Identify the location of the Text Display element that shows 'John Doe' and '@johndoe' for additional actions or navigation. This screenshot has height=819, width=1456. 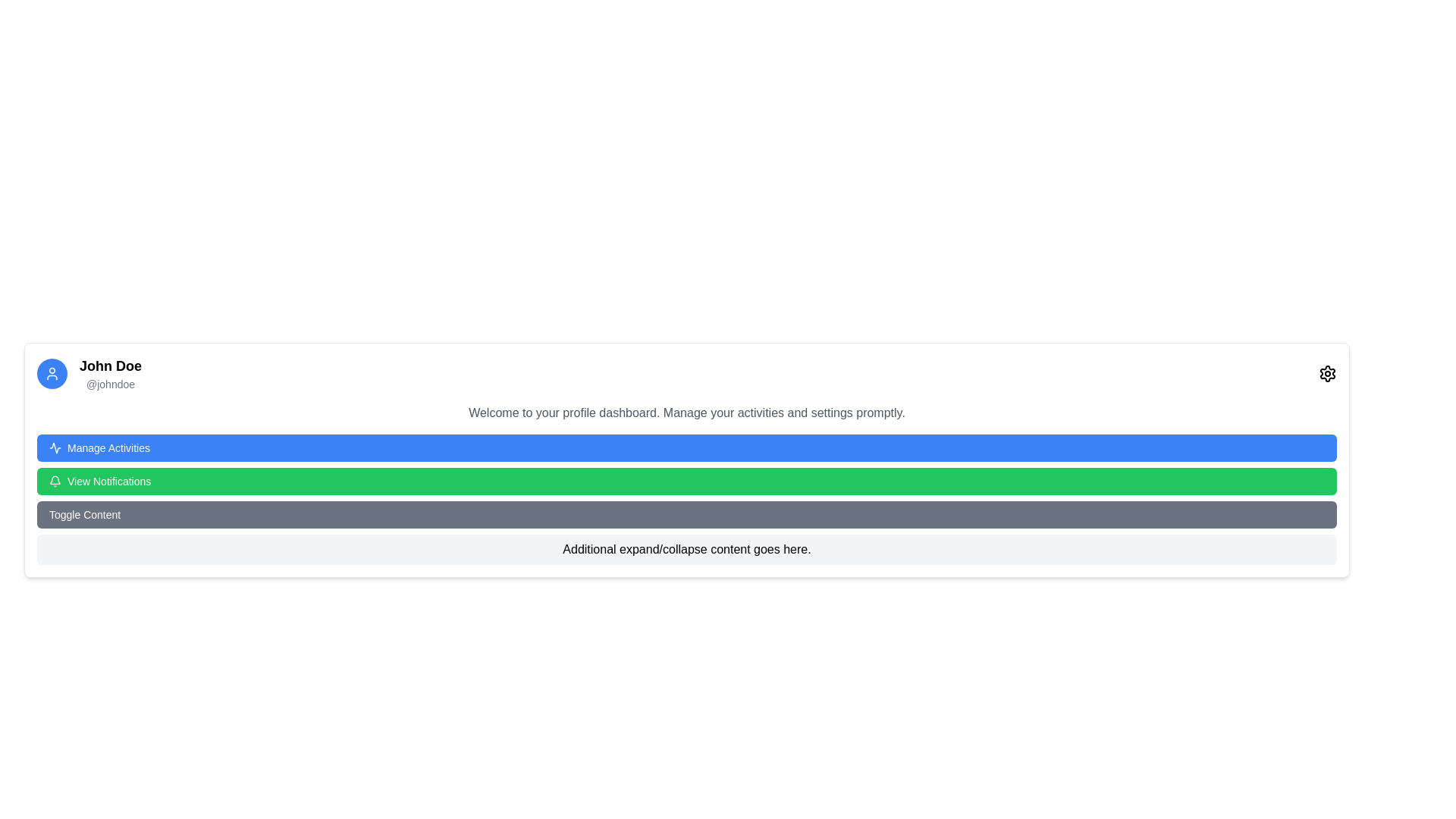
(109, 374).